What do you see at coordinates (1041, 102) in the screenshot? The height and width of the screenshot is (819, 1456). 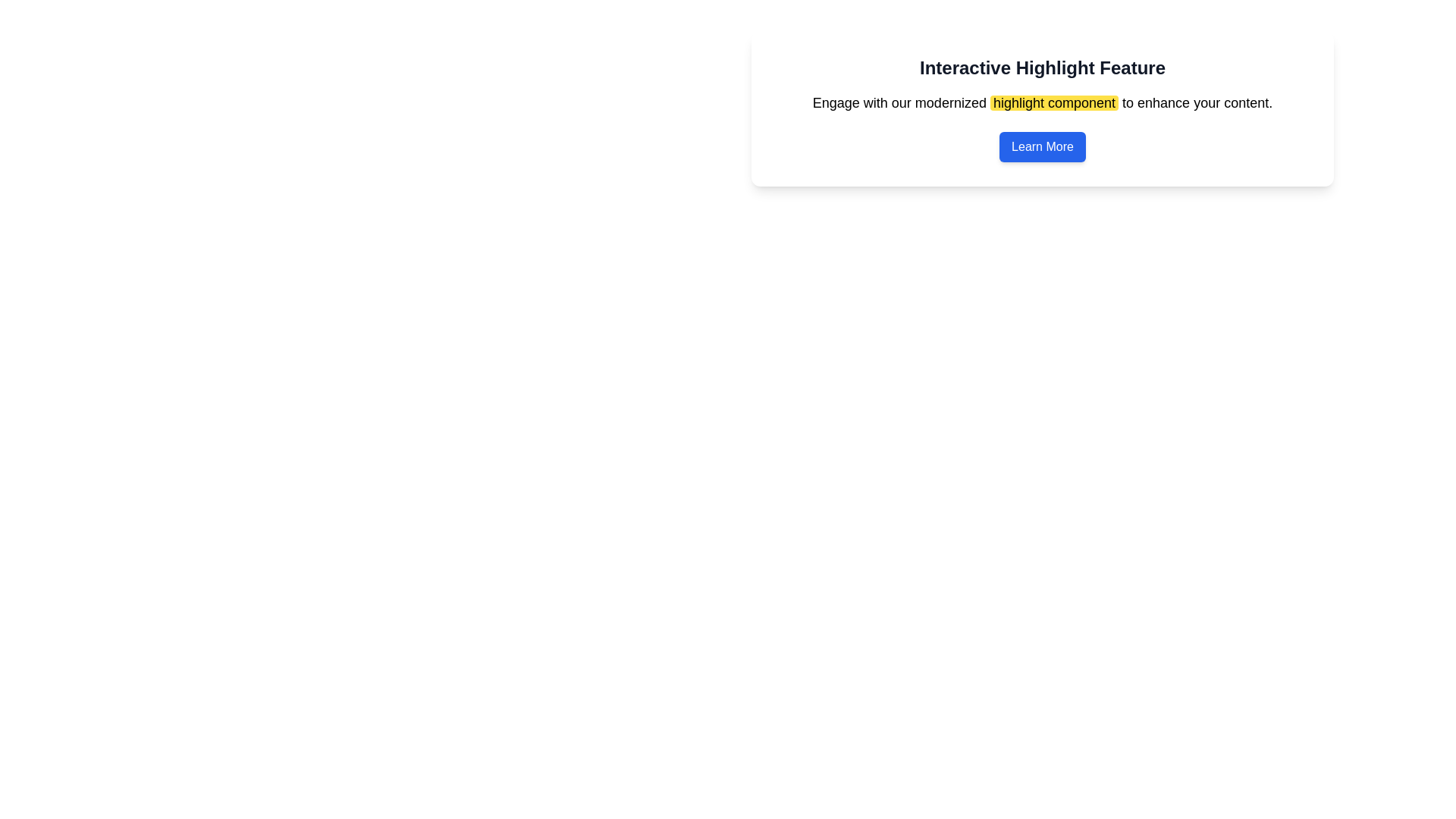 I see `the styled text element with a highlighted portion in yellow, positioned centrally below the header 'Interactive Highlight Feature' and above the 'Learn More' button` at bounding box center [1041, 102].